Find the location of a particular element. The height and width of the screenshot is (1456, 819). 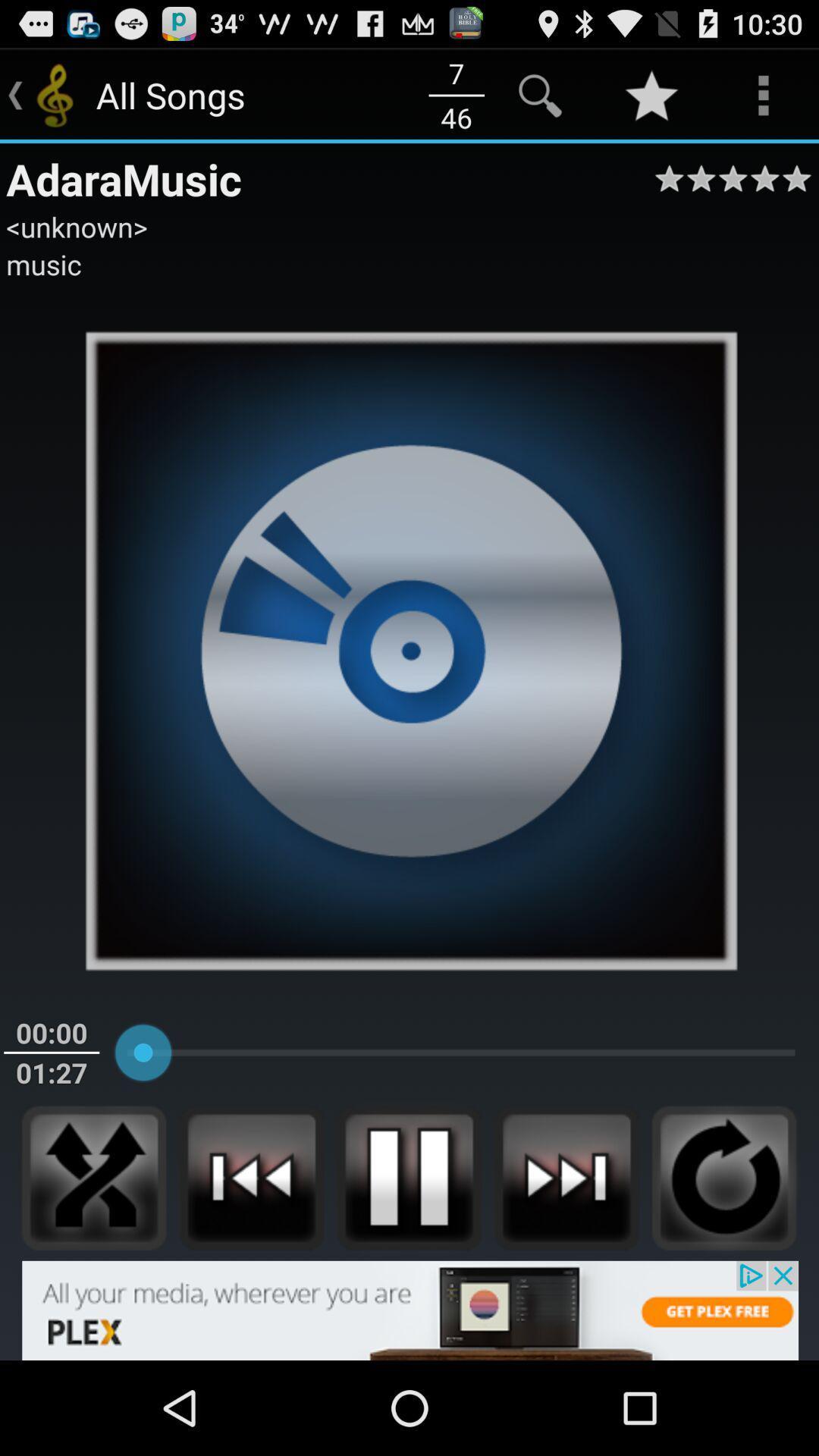

advance song is located at coordinates (566, 1177).